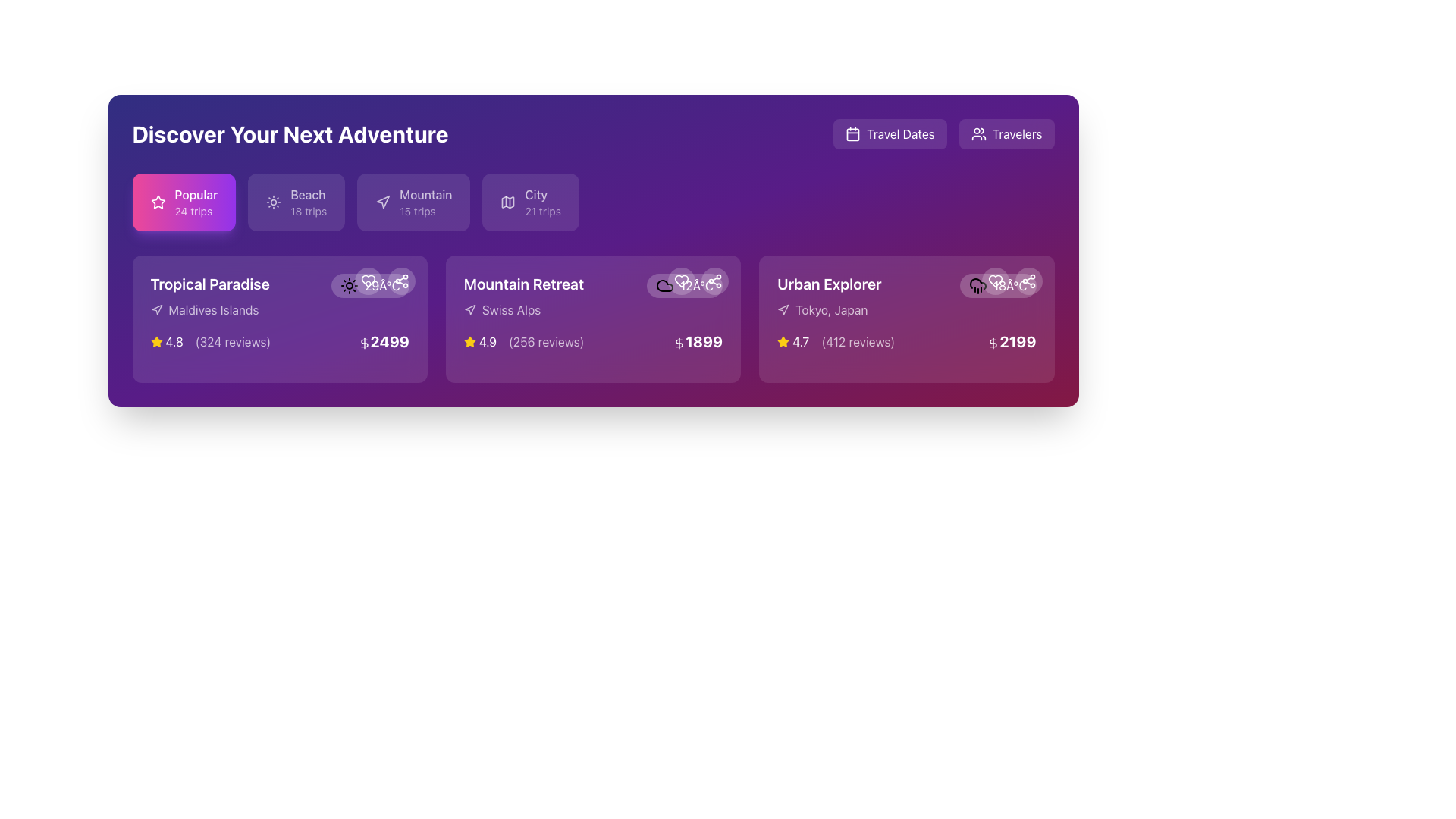 The height and width of the screenshot is (819, 1456). I want to click on the circular button with a white heart icon inside, located in the top-right corner of the 'Mountain Retreat' card to favorite/unfavorite the item, so click(680, 281).